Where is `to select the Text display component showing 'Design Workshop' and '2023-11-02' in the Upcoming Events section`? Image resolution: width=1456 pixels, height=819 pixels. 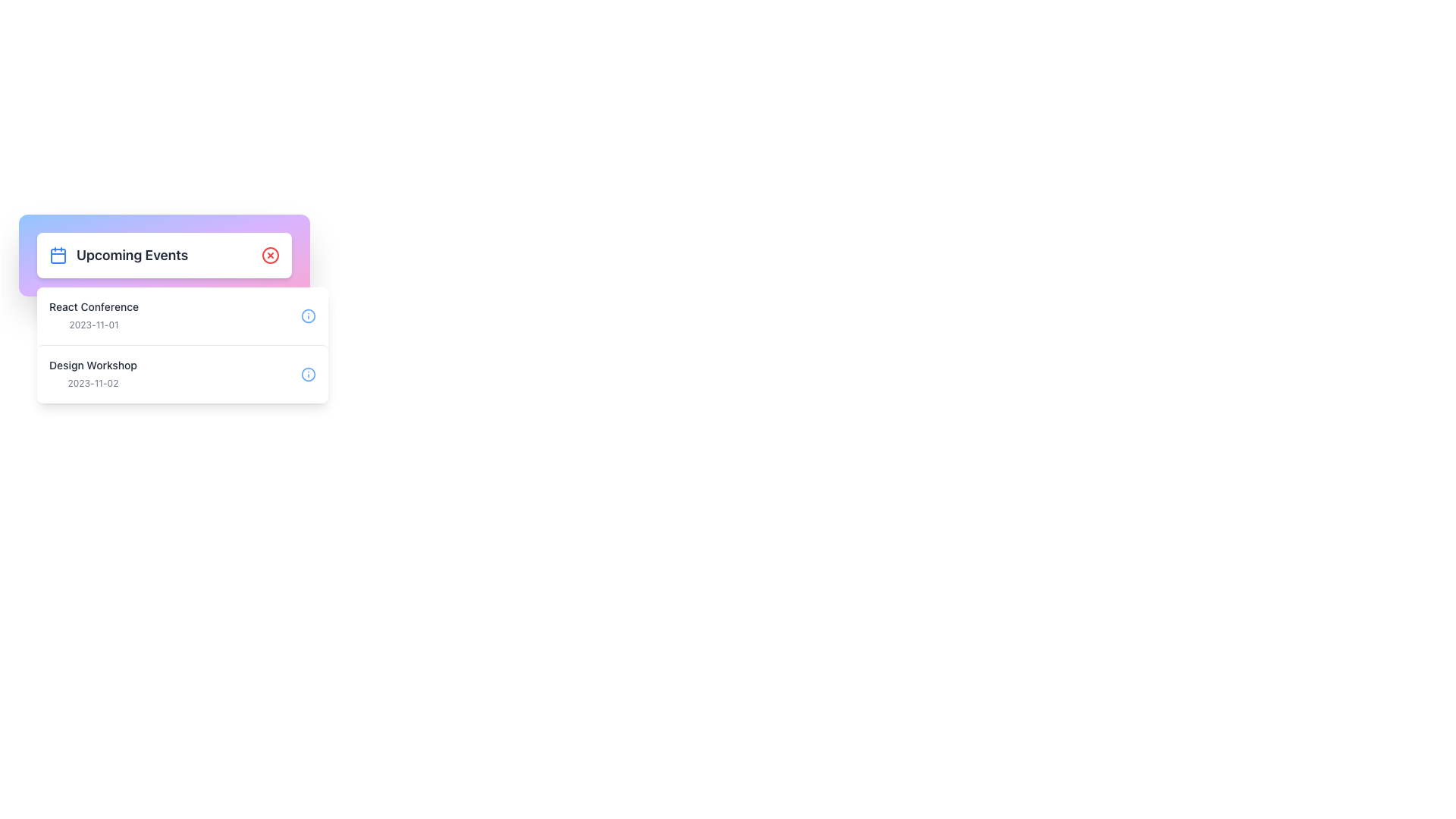 to select the Text display component showing 'Design Workshop' and '2023-11-02' in the Upcoming Events section is located at coordinates (92, 374).